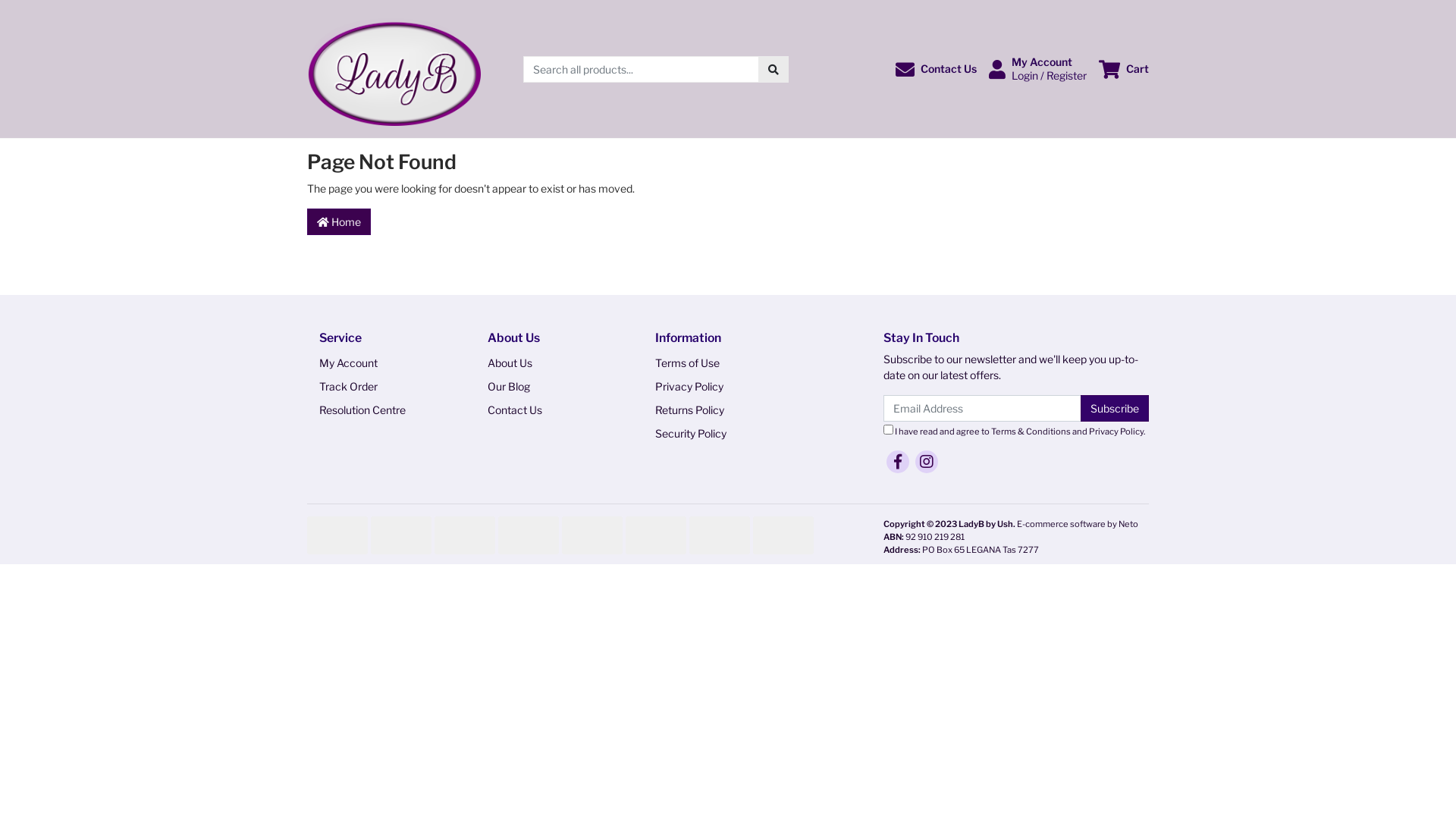 This screenshot has height=819, width=1456. Describe the element at coordinates (715, 409) in the screenshot. I see `'Returns Policy'` at that location.